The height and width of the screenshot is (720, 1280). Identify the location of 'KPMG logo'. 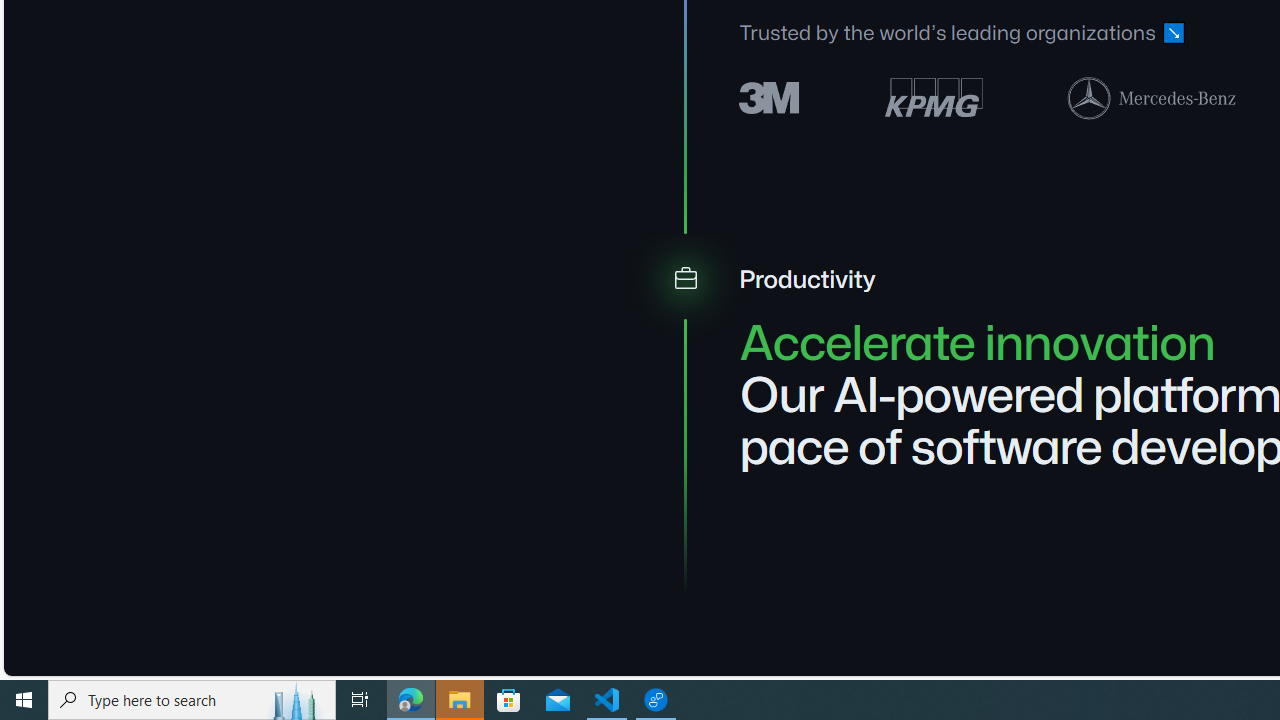
(932, 97).